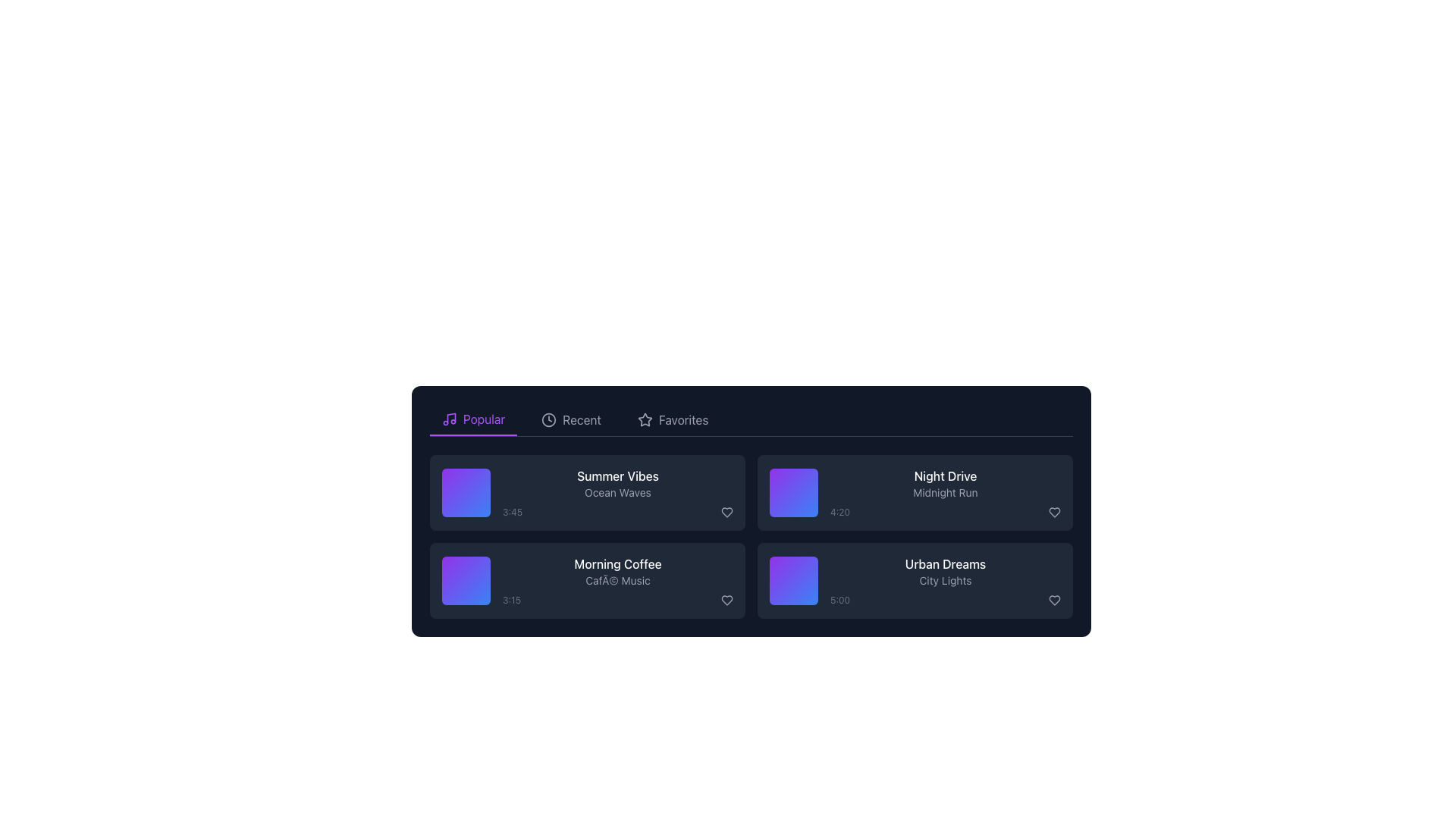 This screenshot has height=819, width=1456. What do you see at coordinates (618, 493) in the screenshot?
I see `the subtitle or additional description text element located below 'Summer Vibes' and above the duration '3:45'` at bounding box center [618, 493].